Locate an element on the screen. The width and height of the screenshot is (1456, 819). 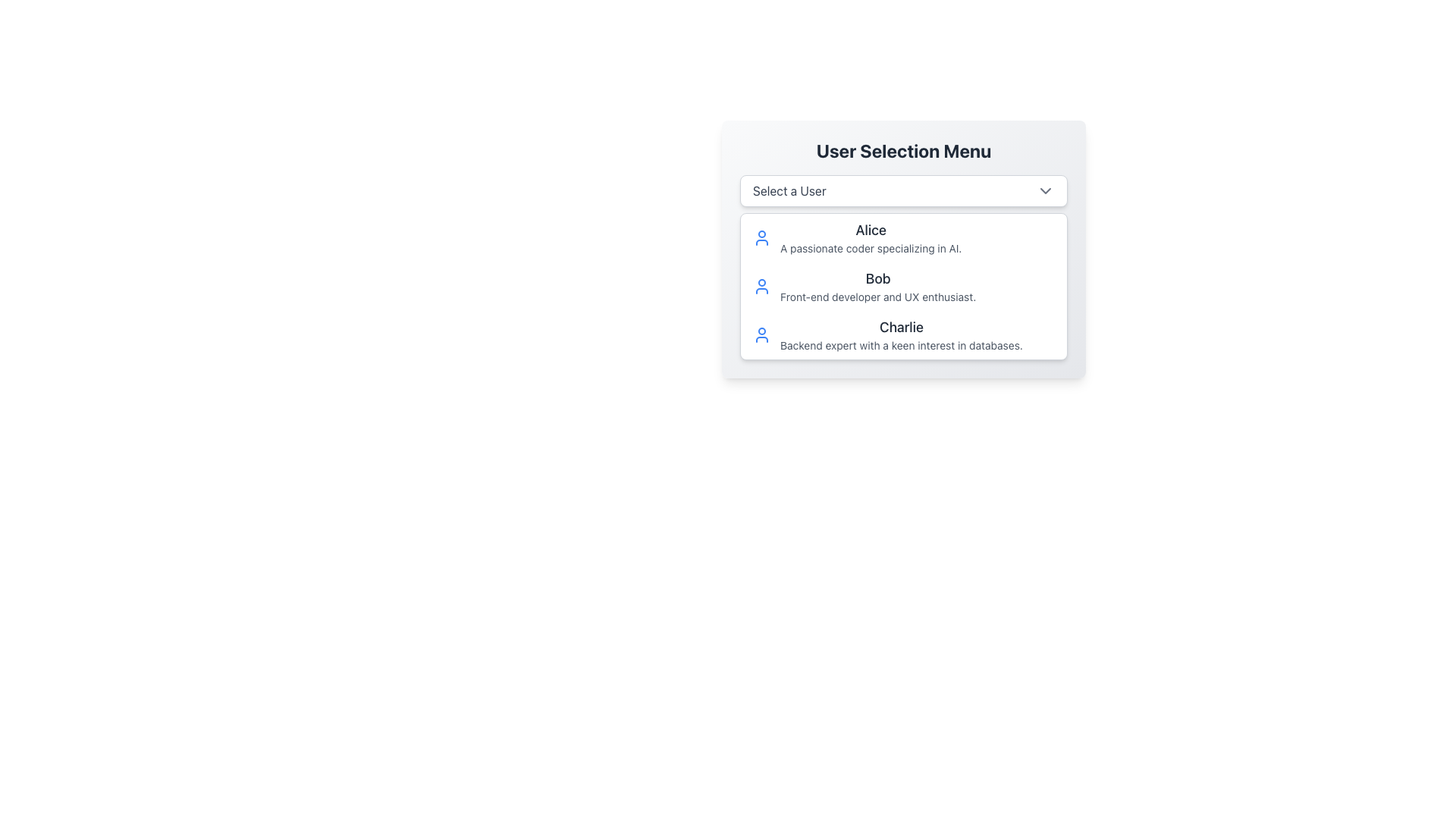
the topmost Interactive List Item labeled 'Alice' in the user selection menu is located at coordinates (903, 237).